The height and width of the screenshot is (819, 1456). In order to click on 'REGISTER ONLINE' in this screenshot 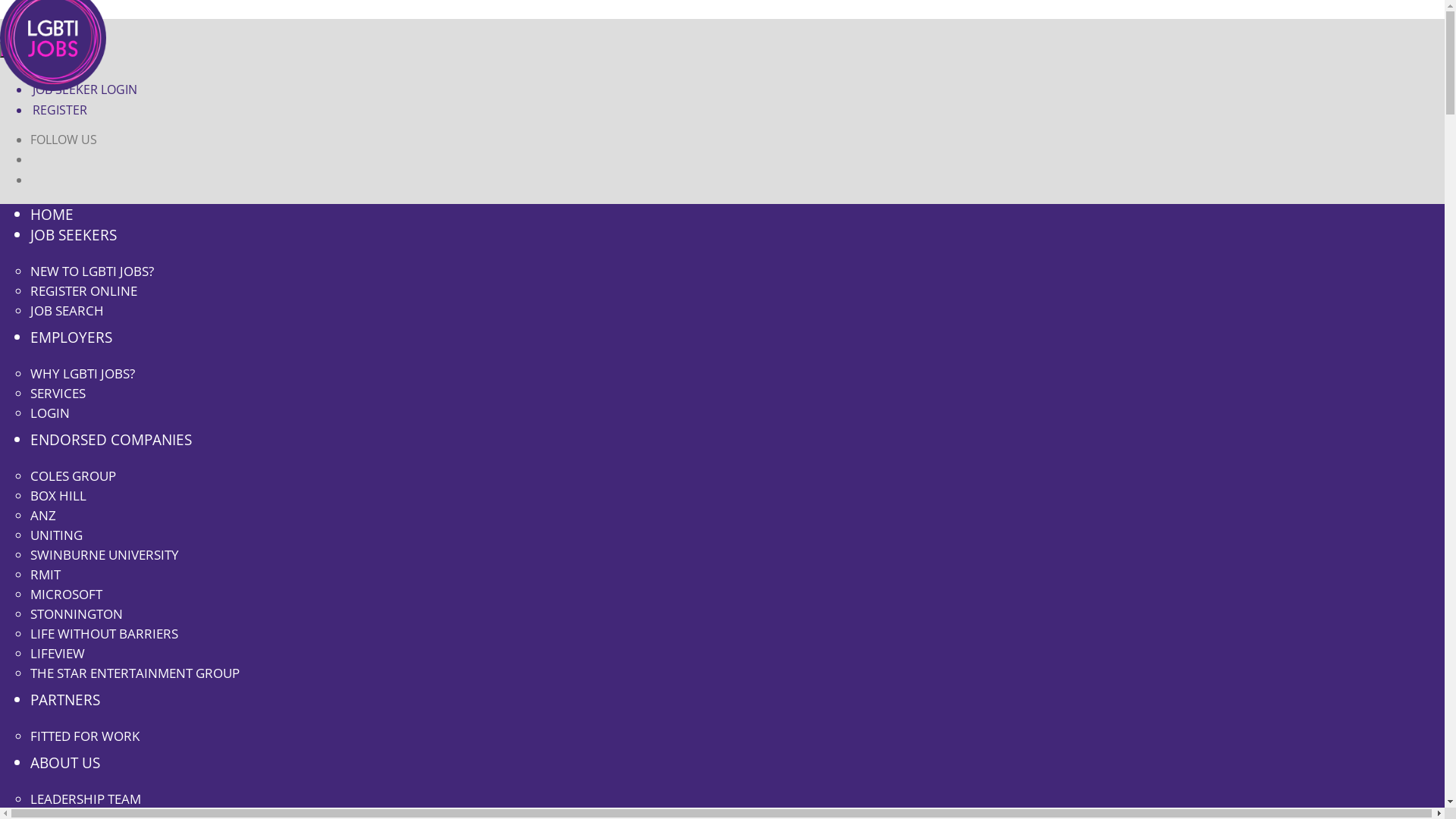, I will do `click(83, 290)`.